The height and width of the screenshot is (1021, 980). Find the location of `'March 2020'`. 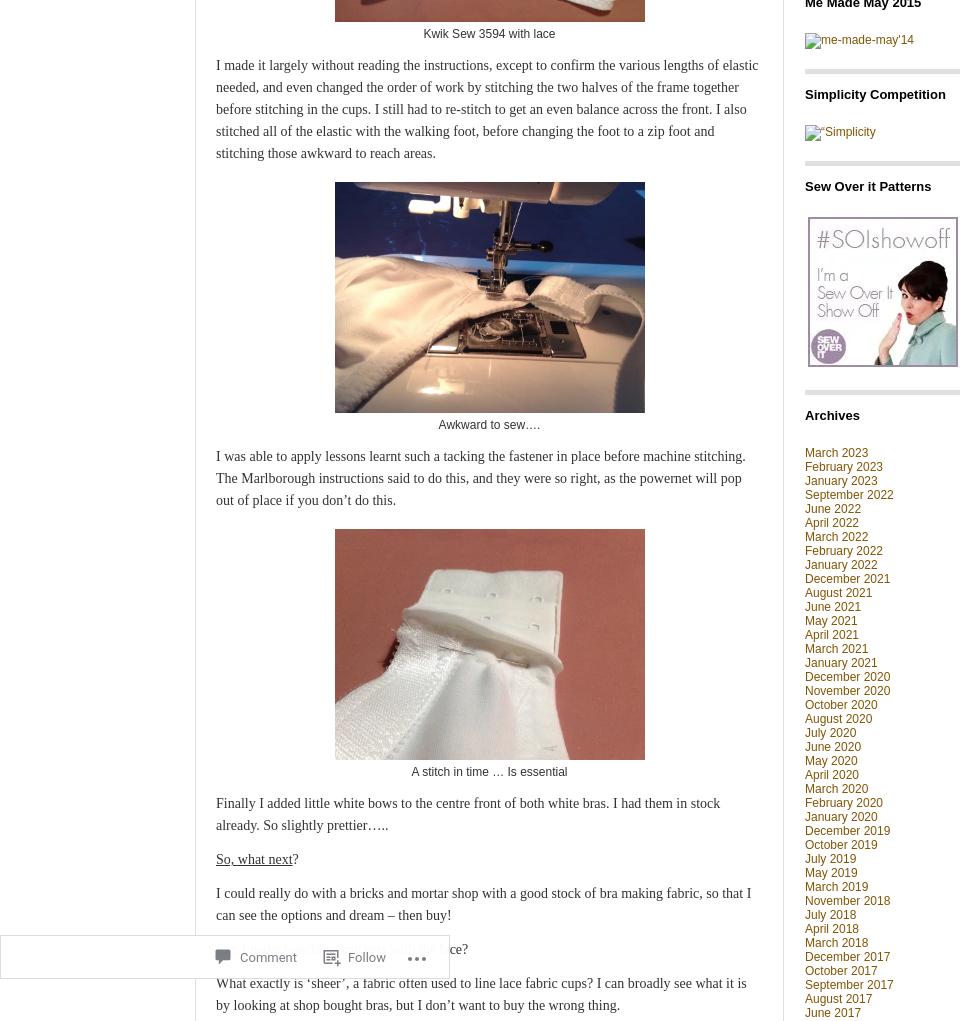

'March 2020' is located at coordinates (836, 787).